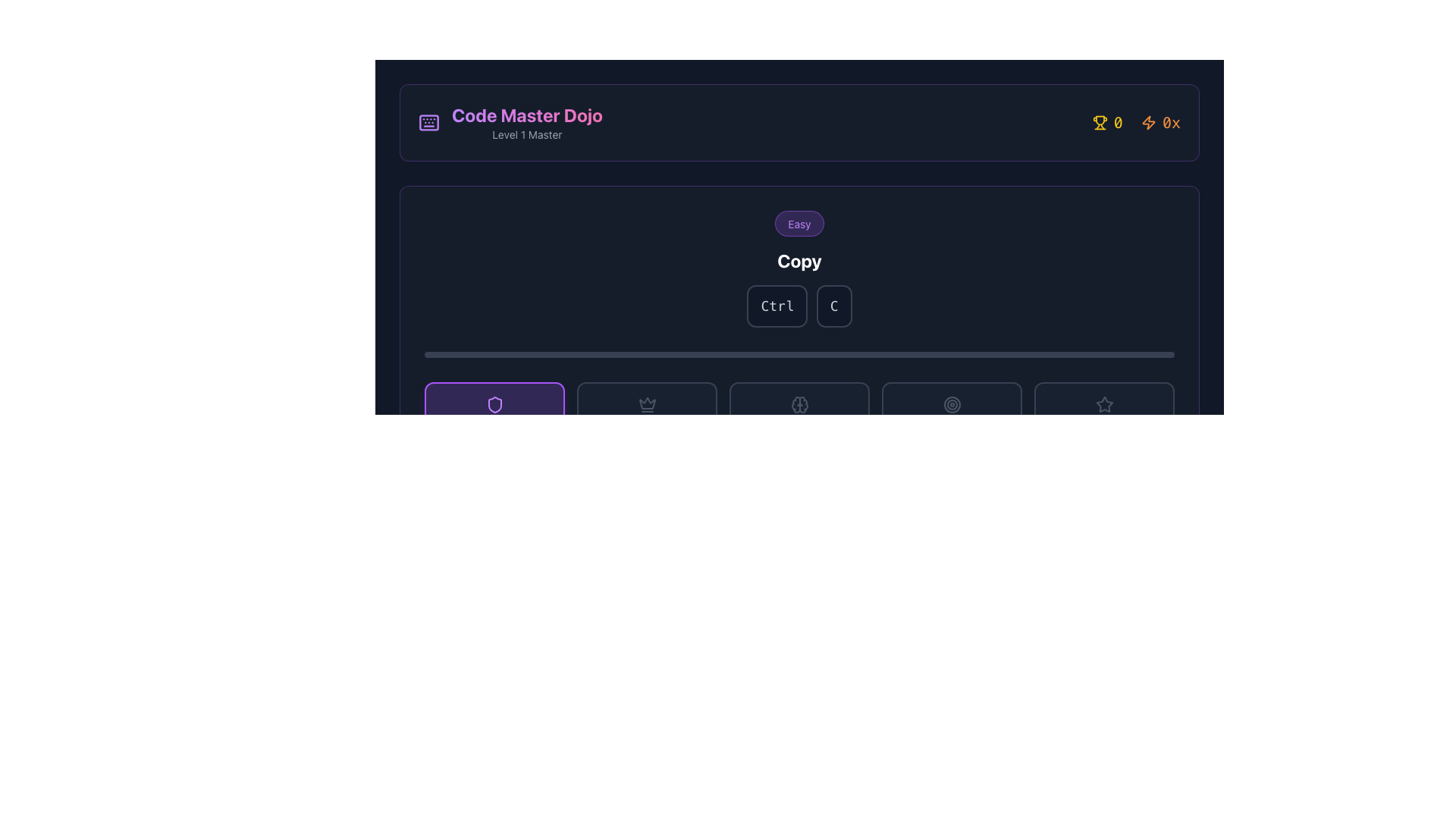 The image size is (1456, 819). I want to click on the orange-colored monospace text displaying '0x', which is located in the top-right corner of the interface, directly to the right of an orange lightning icon, so click(1171, 122).